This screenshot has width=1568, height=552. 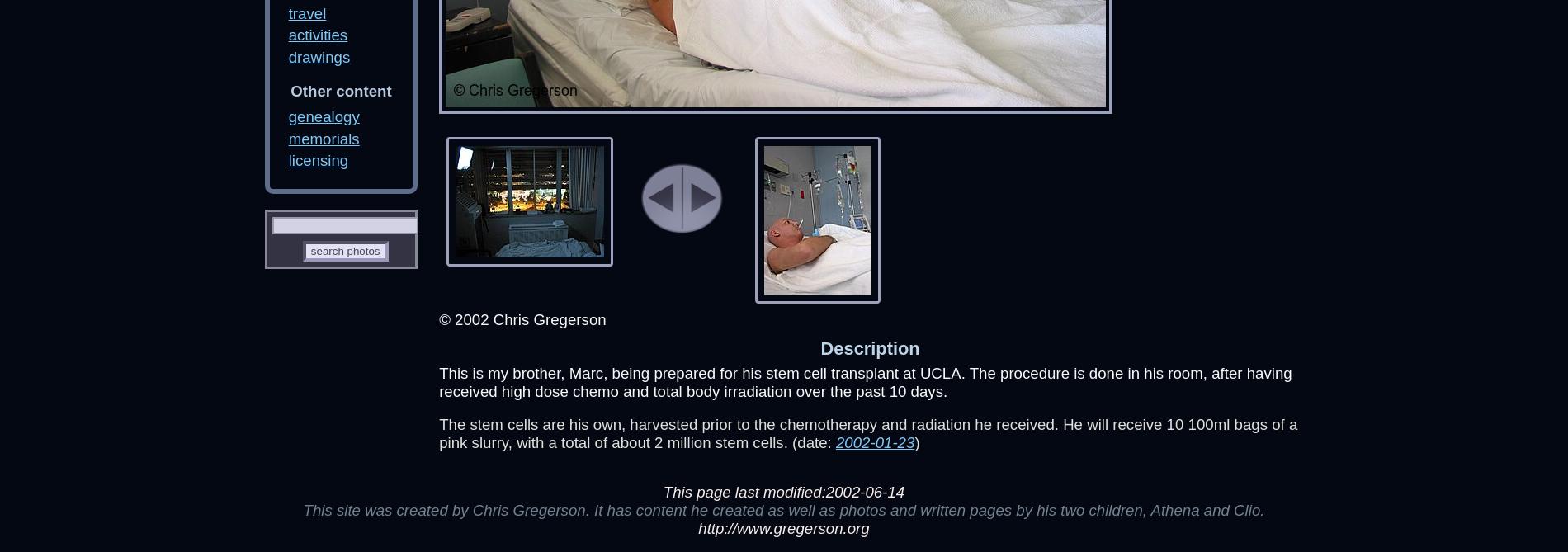 What do you see at coordinates (868, 433) in the screenshot?
I see `'The stem cells are his own, harvested prior to the chemotherapy and radiation he received. He will receive 10 100ml bags of a pink slurry, with a total of about 2 million stem cells.
 (date:'` at bounding box center [868, 433].